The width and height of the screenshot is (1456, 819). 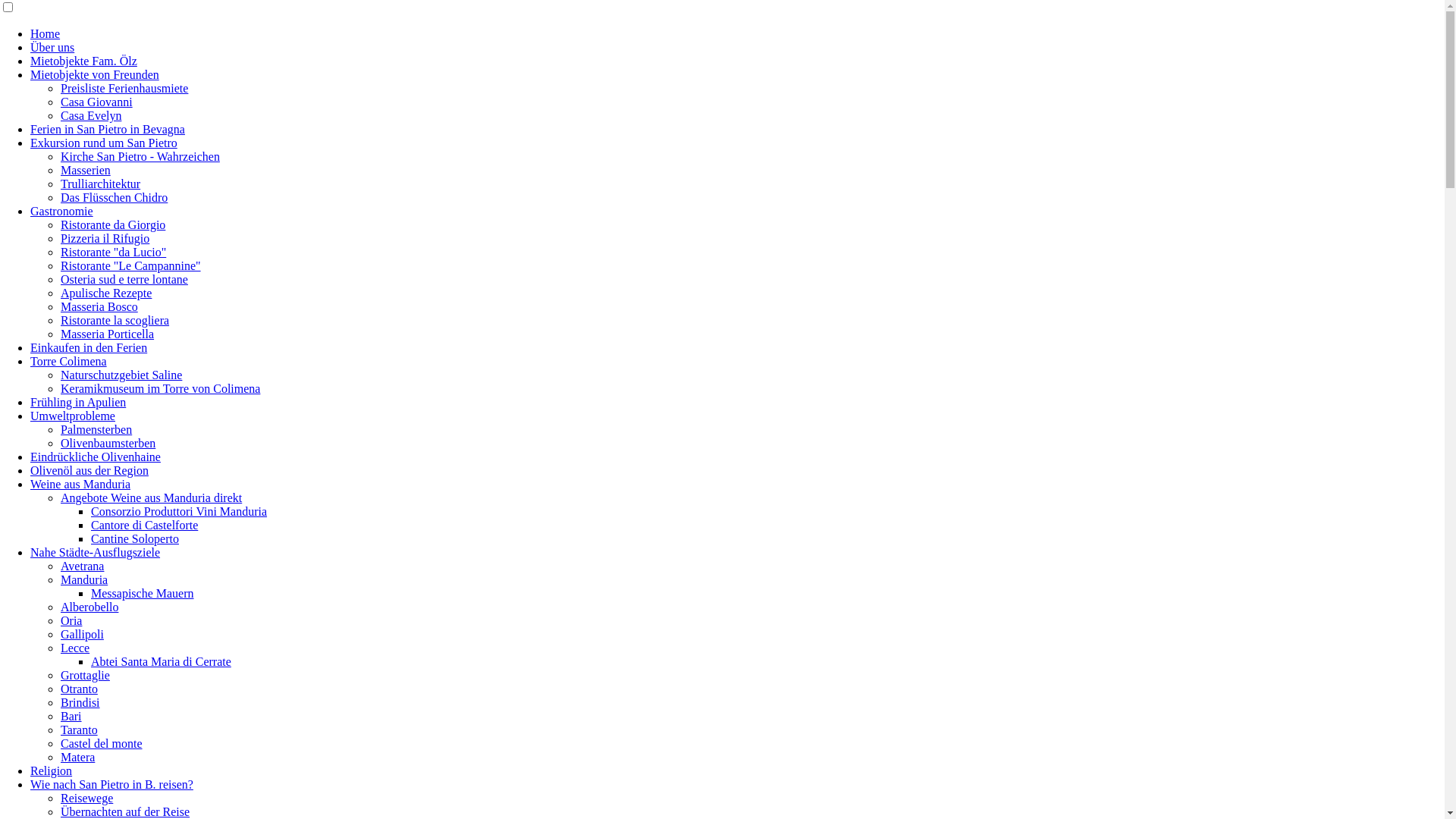 What do you see at coordinates (130, 265) in the screenshot?
I see `'Ristorante "Le Campannine"'` at bounding box center [130, 265].